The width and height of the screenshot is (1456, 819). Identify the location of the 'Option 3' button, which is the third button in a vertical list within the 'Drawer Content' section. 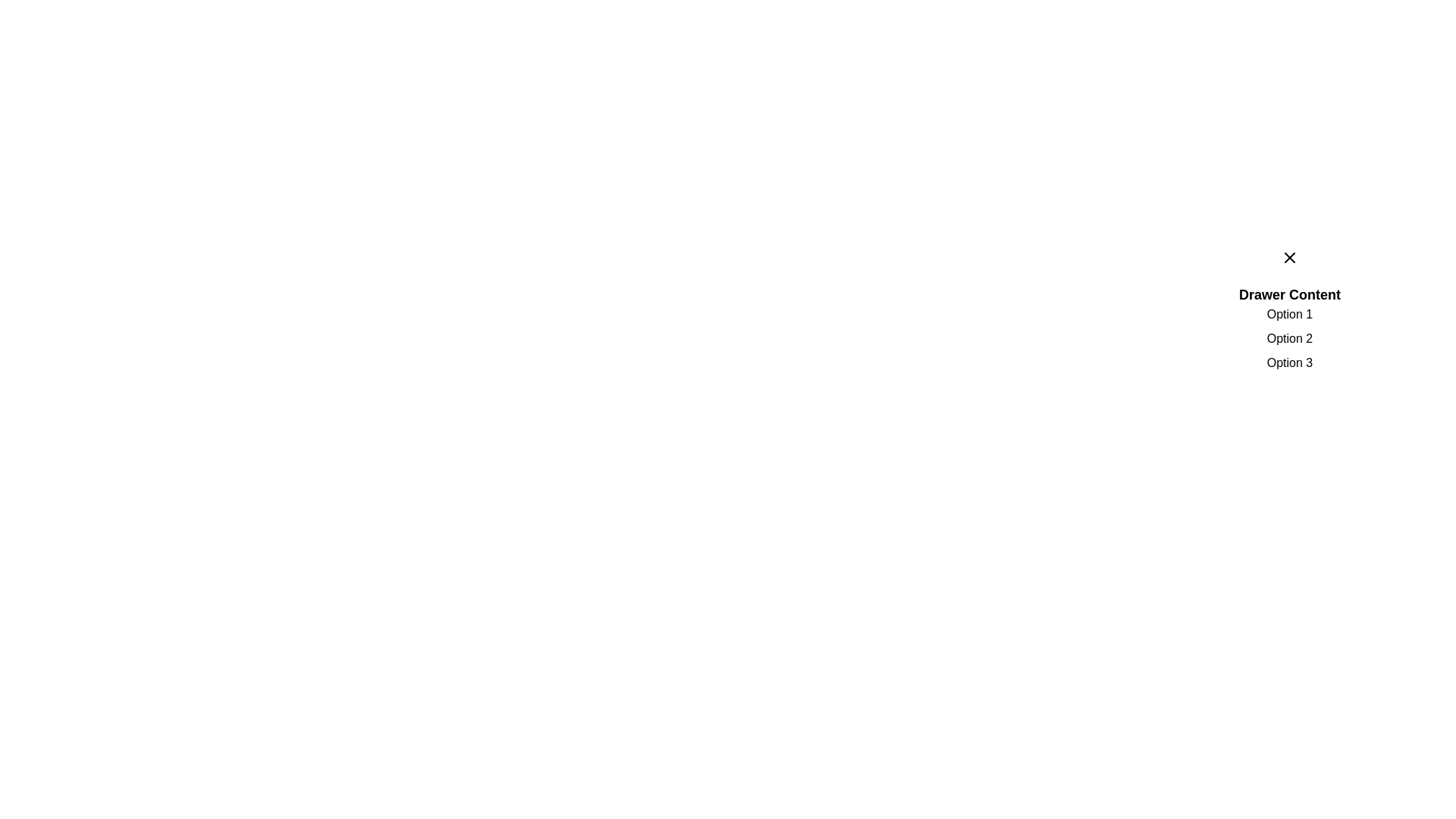
(1288, 362).